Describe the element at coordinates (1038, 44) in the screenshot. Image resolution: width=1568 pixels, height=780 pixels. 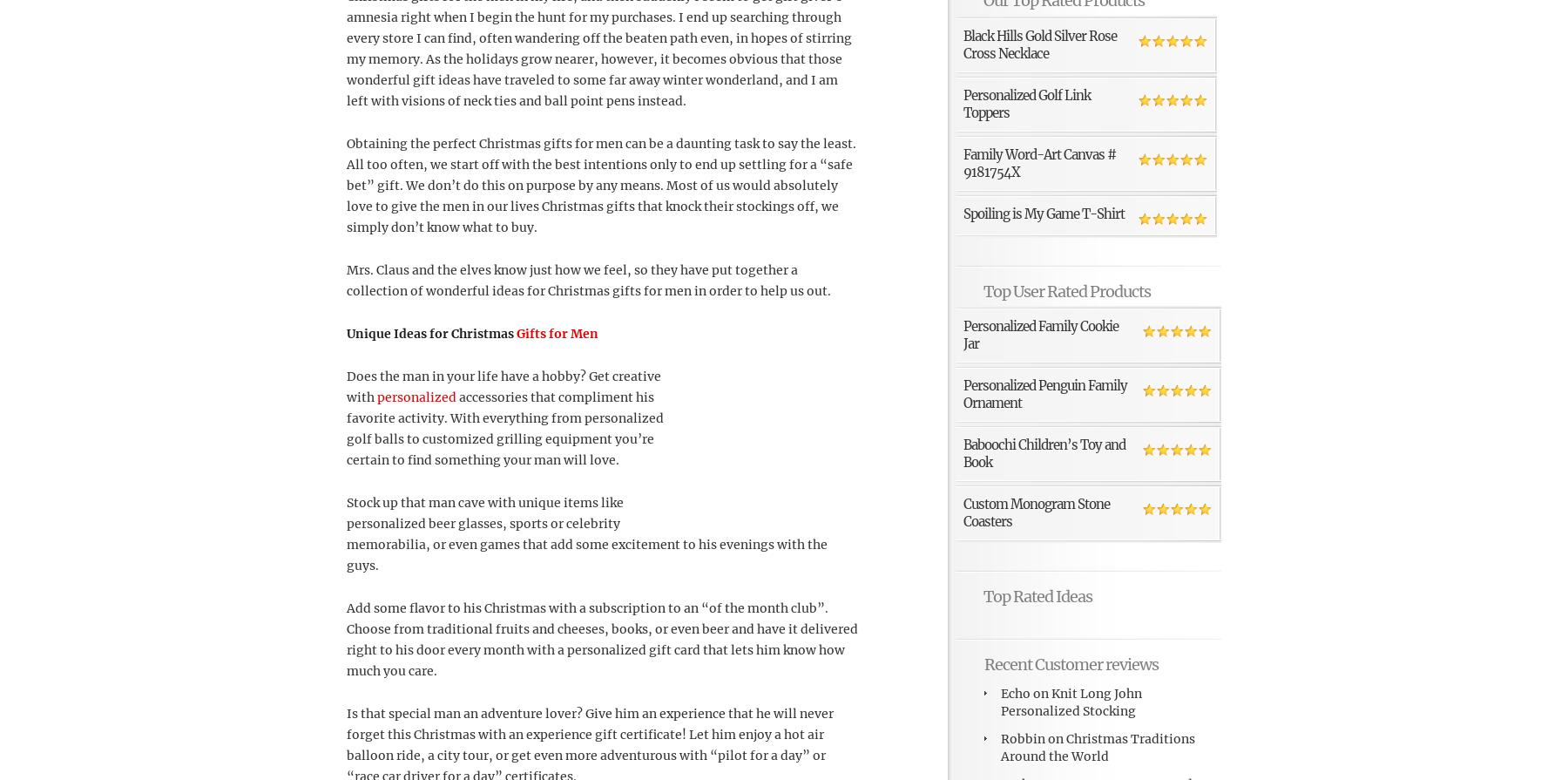
I see `'Black Hills Gold Silver Rose Cross Necklace'` at that location.